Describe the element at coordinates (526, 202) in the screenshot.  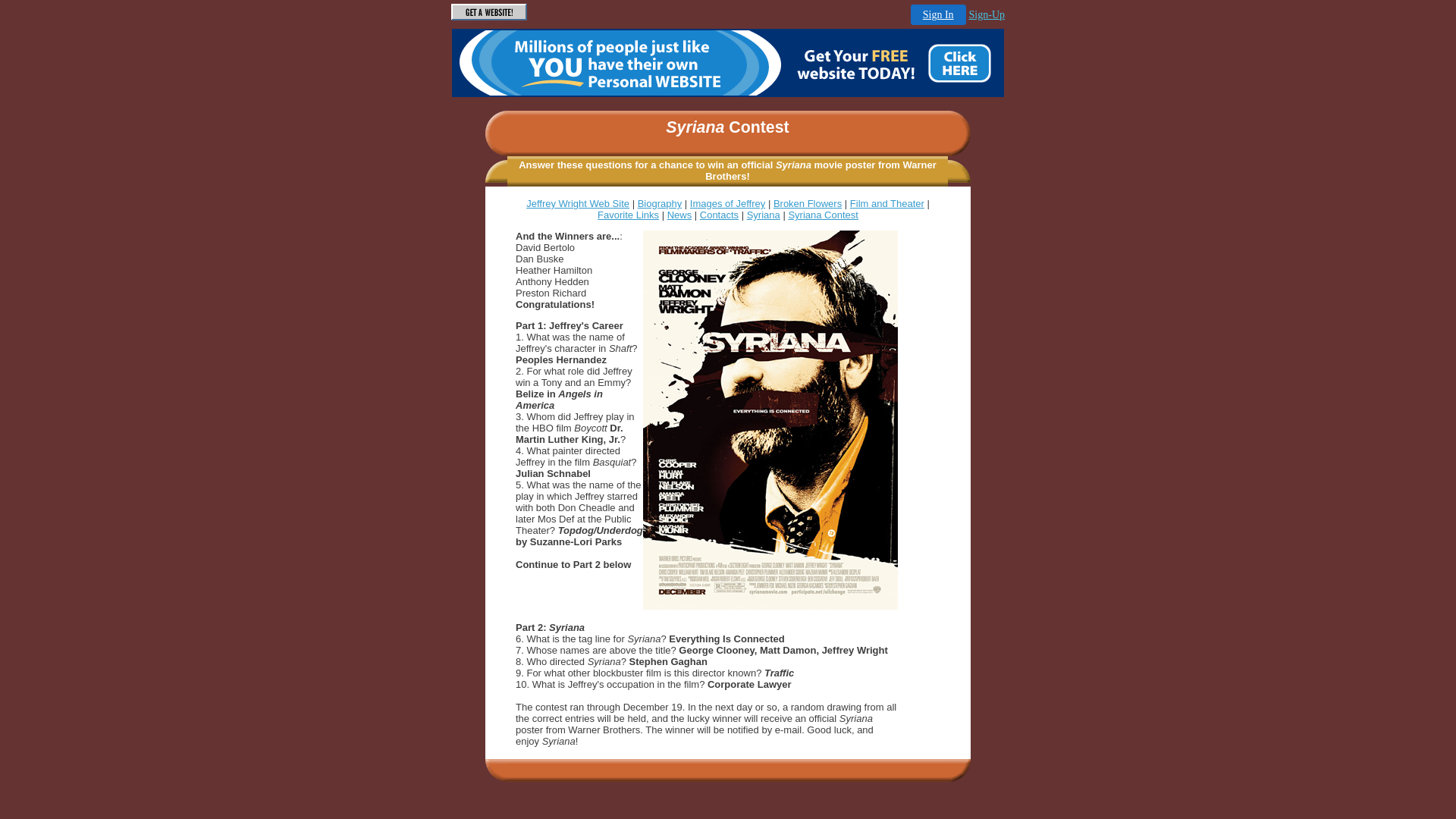
I see `'Jeffrey Wright Web Site'` at that location.